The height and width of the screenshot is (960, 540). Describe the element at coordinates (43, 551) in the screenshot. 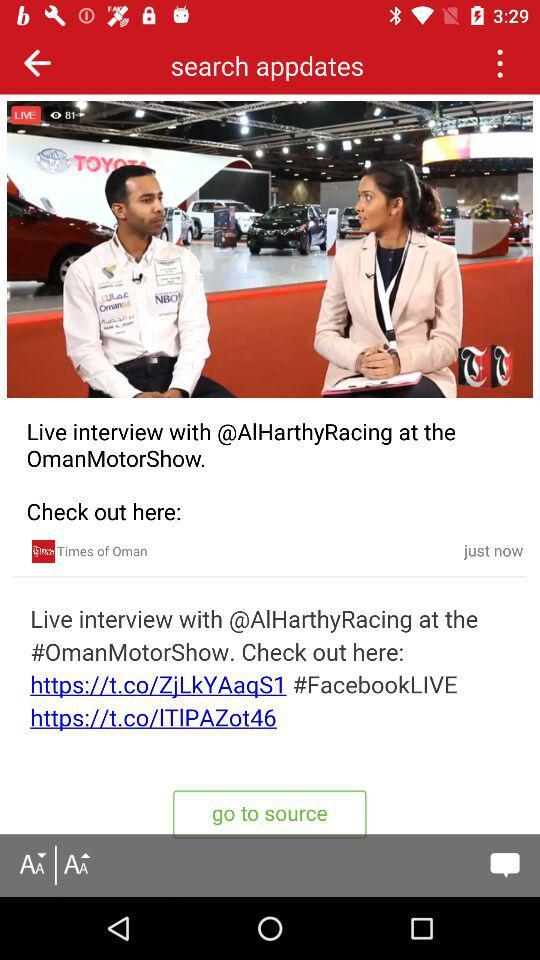

I see `advertisement` at that location.